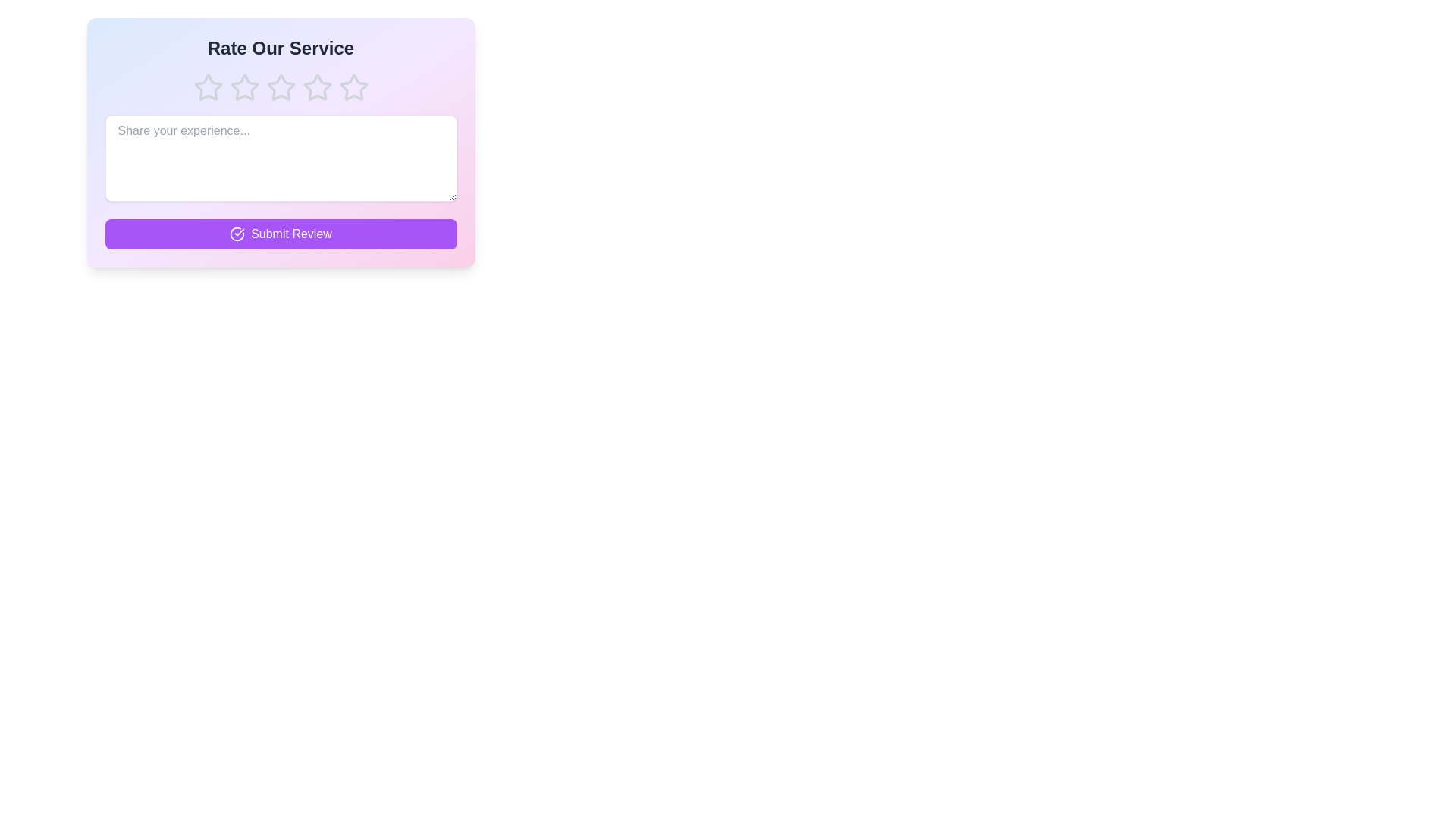  I want to click on the star corresponding to 4 to preview the rating, so click(316, 87).